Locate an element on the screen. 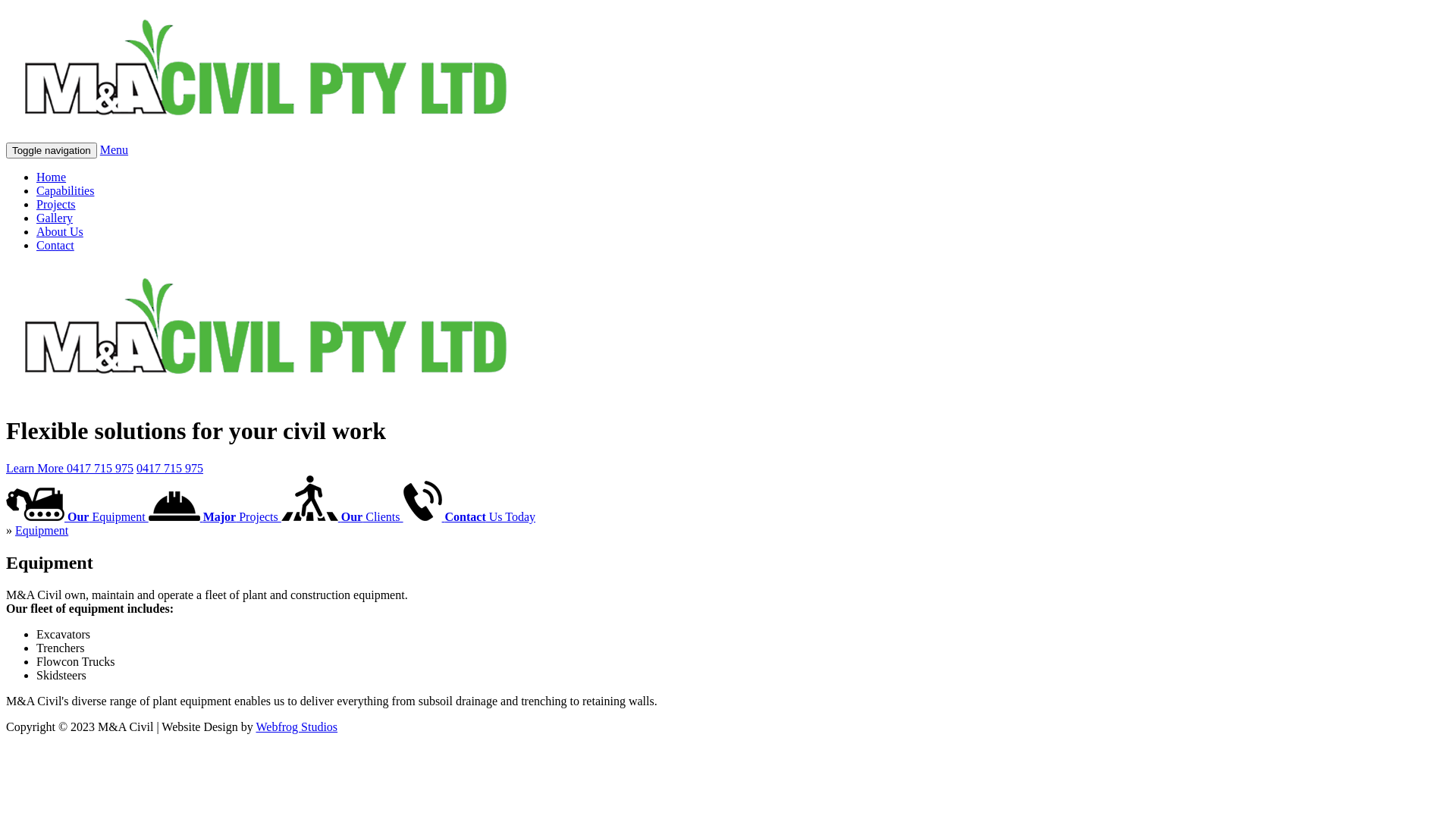  '0417 715 975' is located at coordinates (65, 467).